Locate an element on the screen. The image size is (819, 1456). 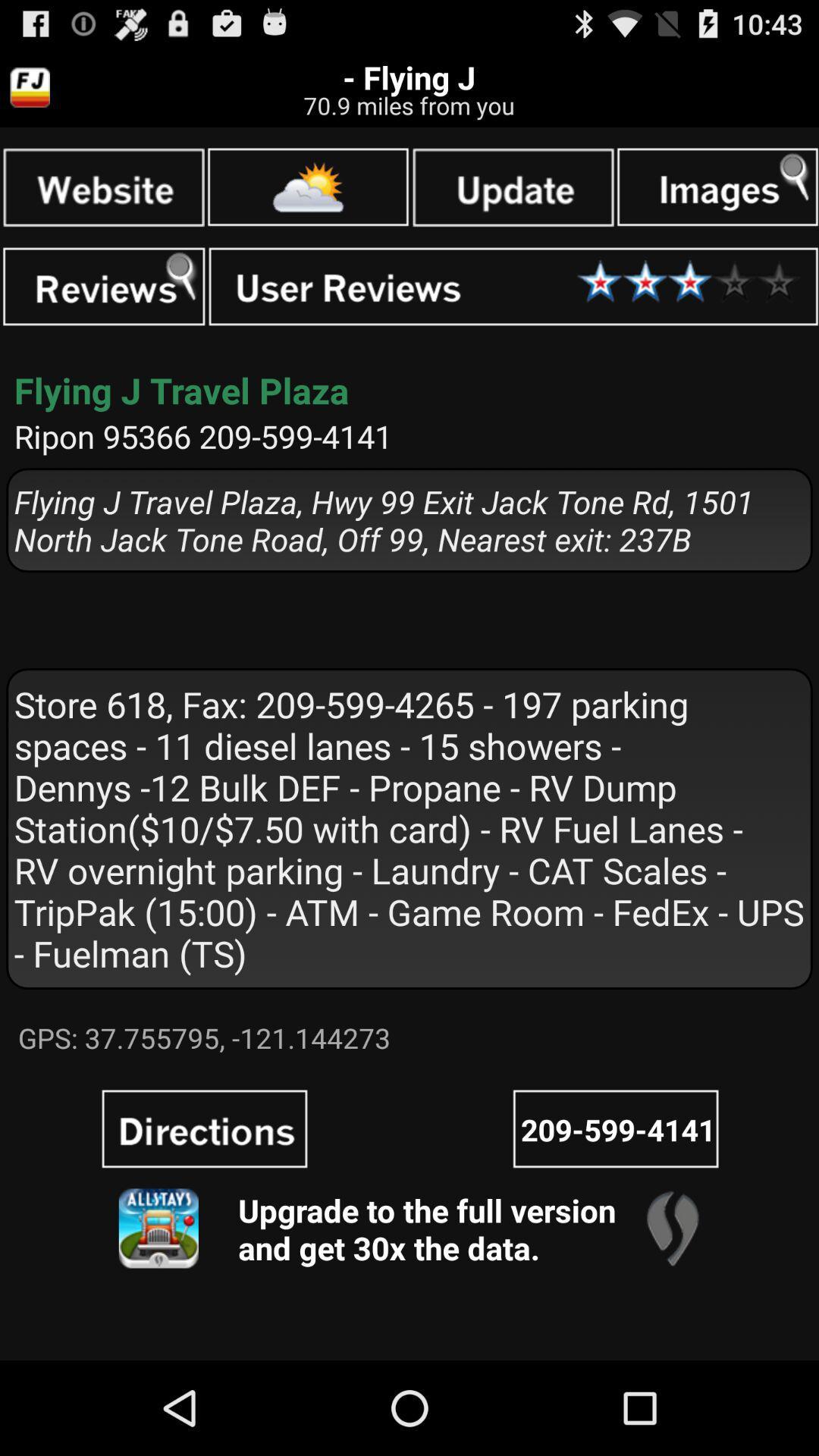
the location icon is located at coordinates (671, 1313).